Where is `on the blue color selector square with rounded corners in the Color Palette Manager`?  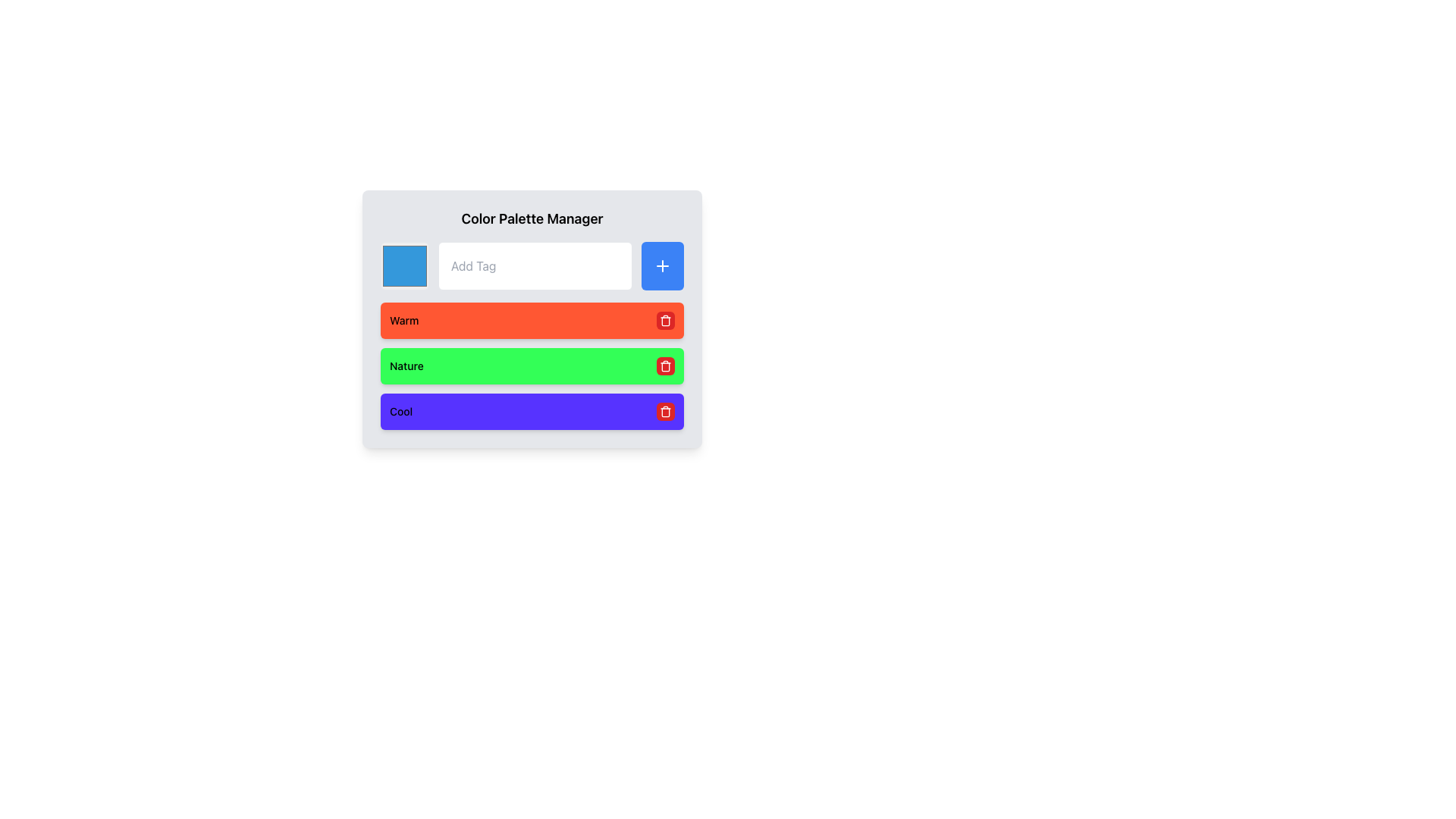 on the blue color selector square with rounded corners in the Color Palette Manager is located at coordinates (404, 265).